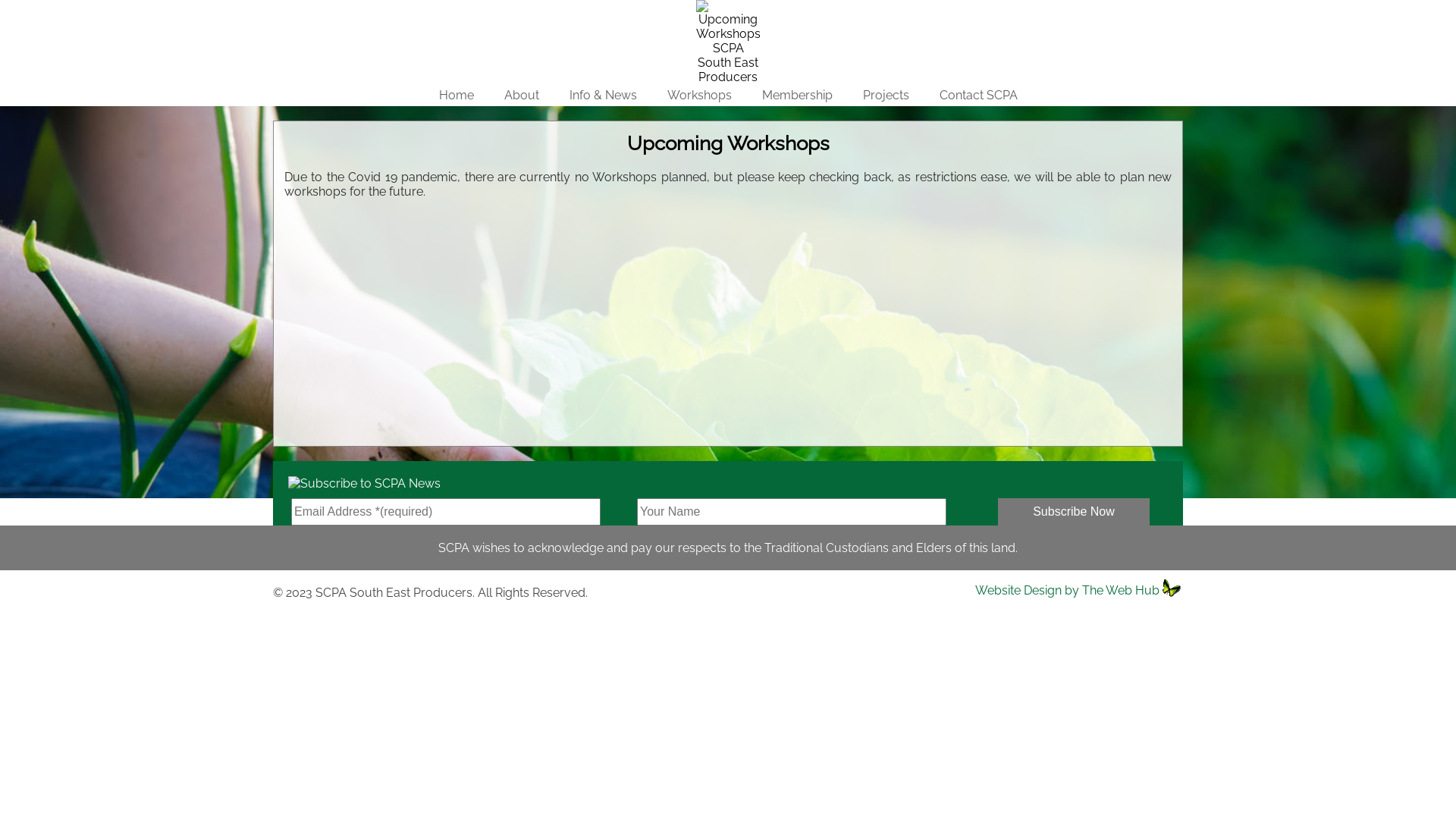 This screenshot has width=1456, height=819. Describe the element at coordinates (977, 11) in the screenshot. I see `'Contact SCPA'` at that location.